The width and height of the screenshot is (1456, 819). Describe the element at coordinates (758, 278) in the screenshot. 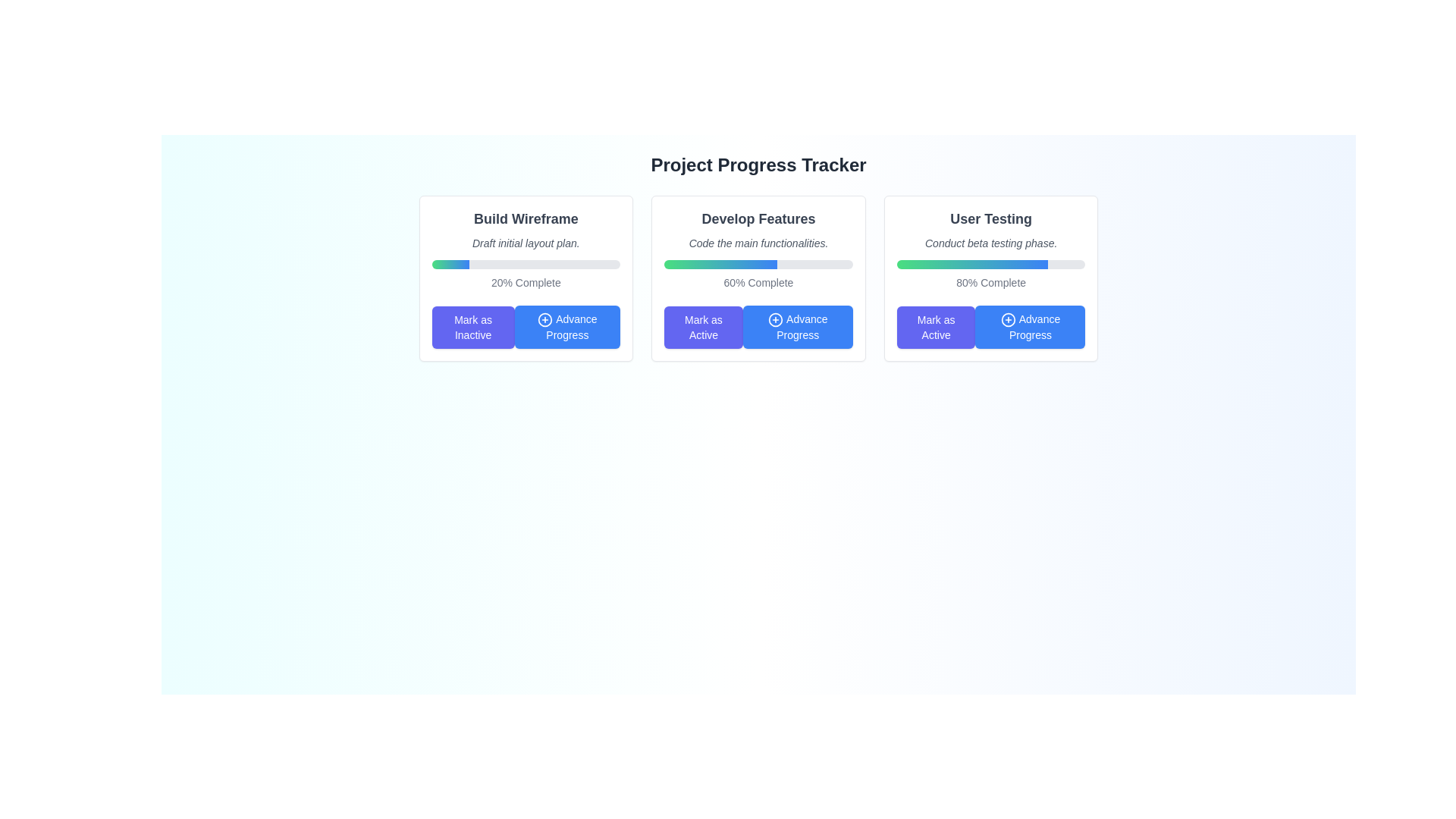

I see `the middle card displaying the state of the process 'Develop Features' in the Project Progress Tracker interface` at that location.